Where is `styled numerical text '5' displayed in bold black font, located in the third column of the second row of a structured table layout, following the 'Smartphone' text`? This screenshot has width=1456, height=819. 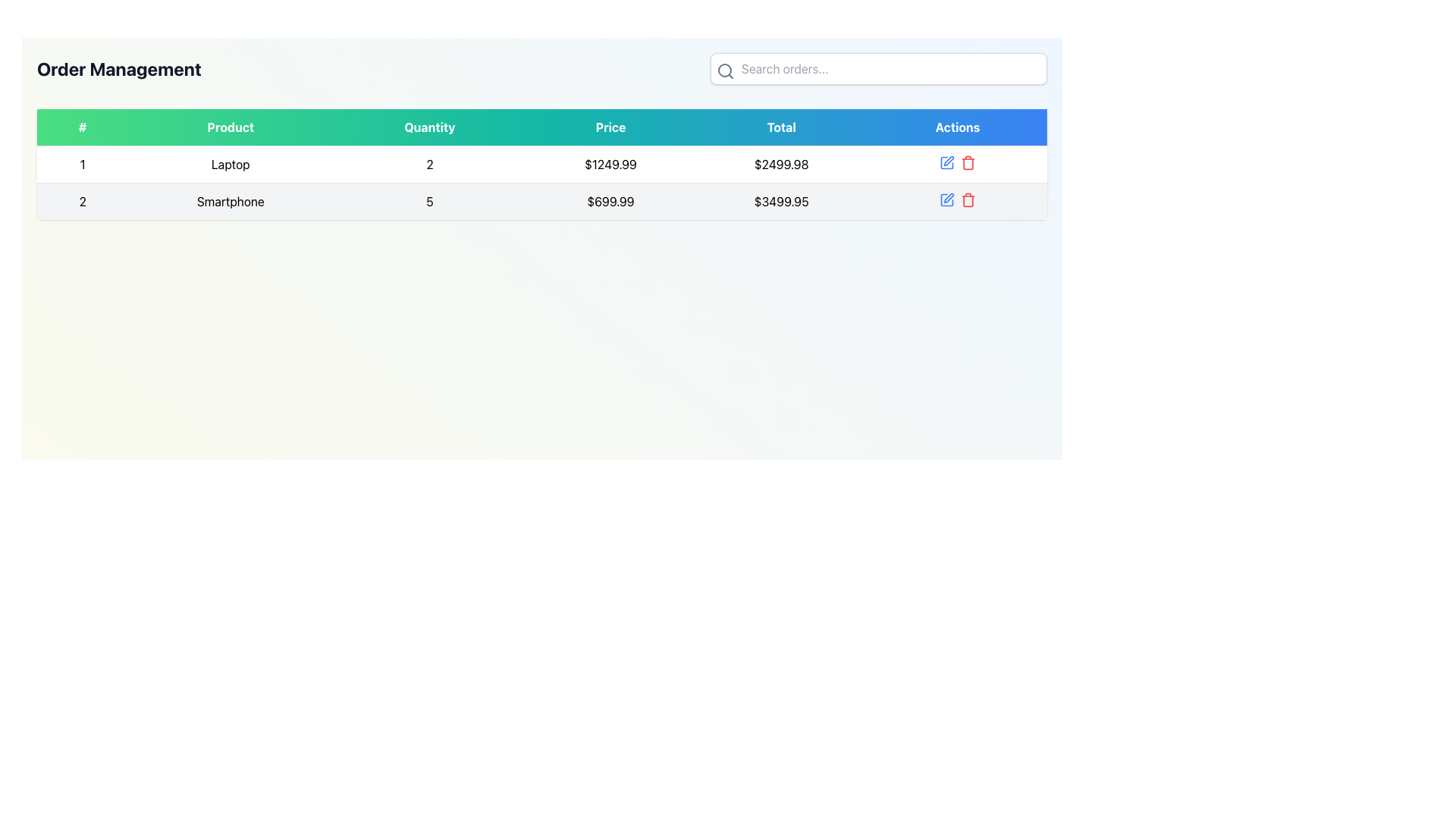
styled numerical text '5' displayed in bold black font, located in the third column of the second row of a structured table layout, following the 'Smartphone' text is located at coordinates (428, 200).